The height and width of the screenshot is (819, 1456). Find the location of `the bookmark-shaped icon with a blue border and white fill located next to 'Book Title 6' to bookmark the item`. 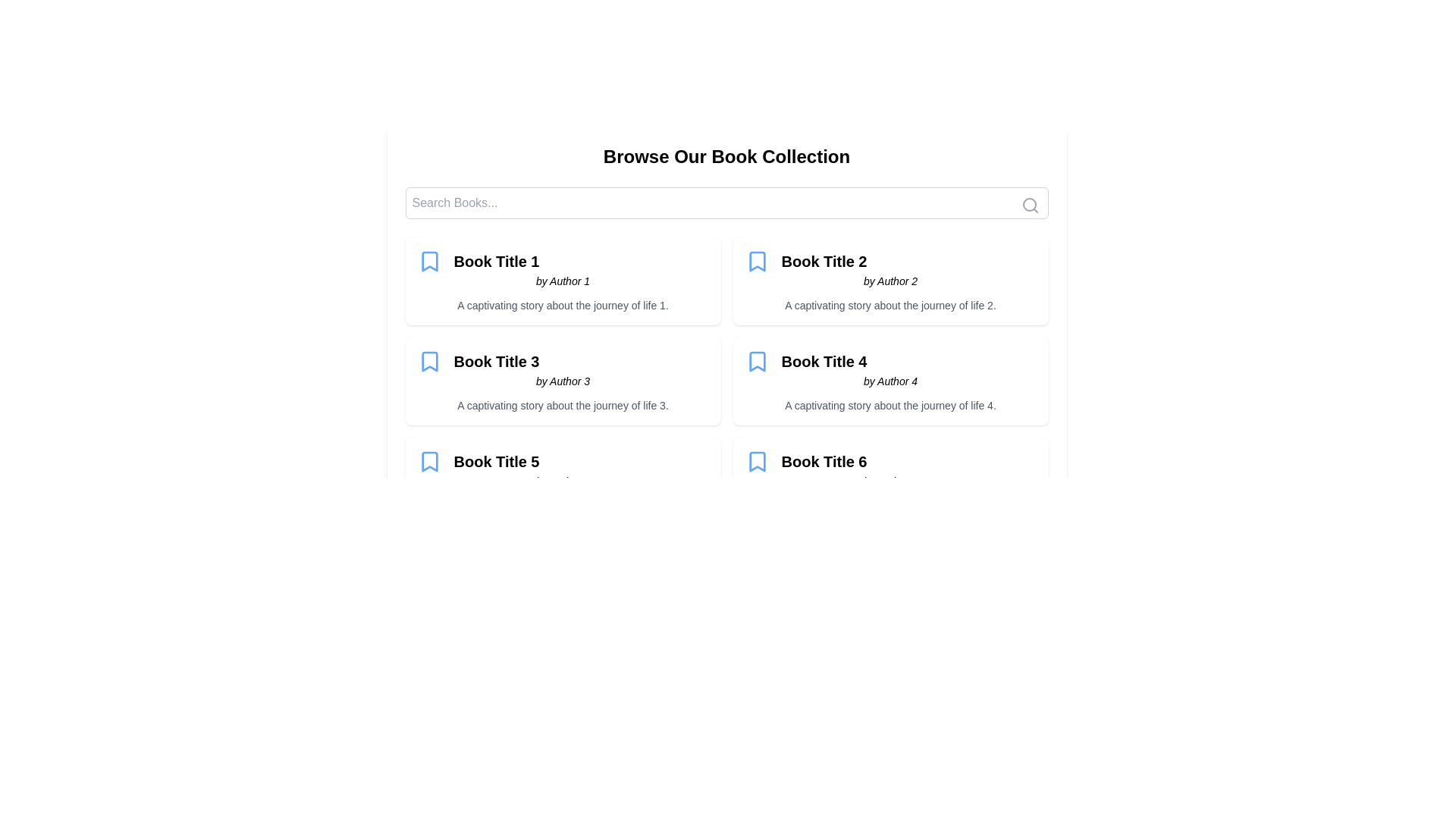

the bookmark-shaped icon with a blue border and white fill located next to 'Book Title 6' to bookmark the item is located at coordinates (757, 461).